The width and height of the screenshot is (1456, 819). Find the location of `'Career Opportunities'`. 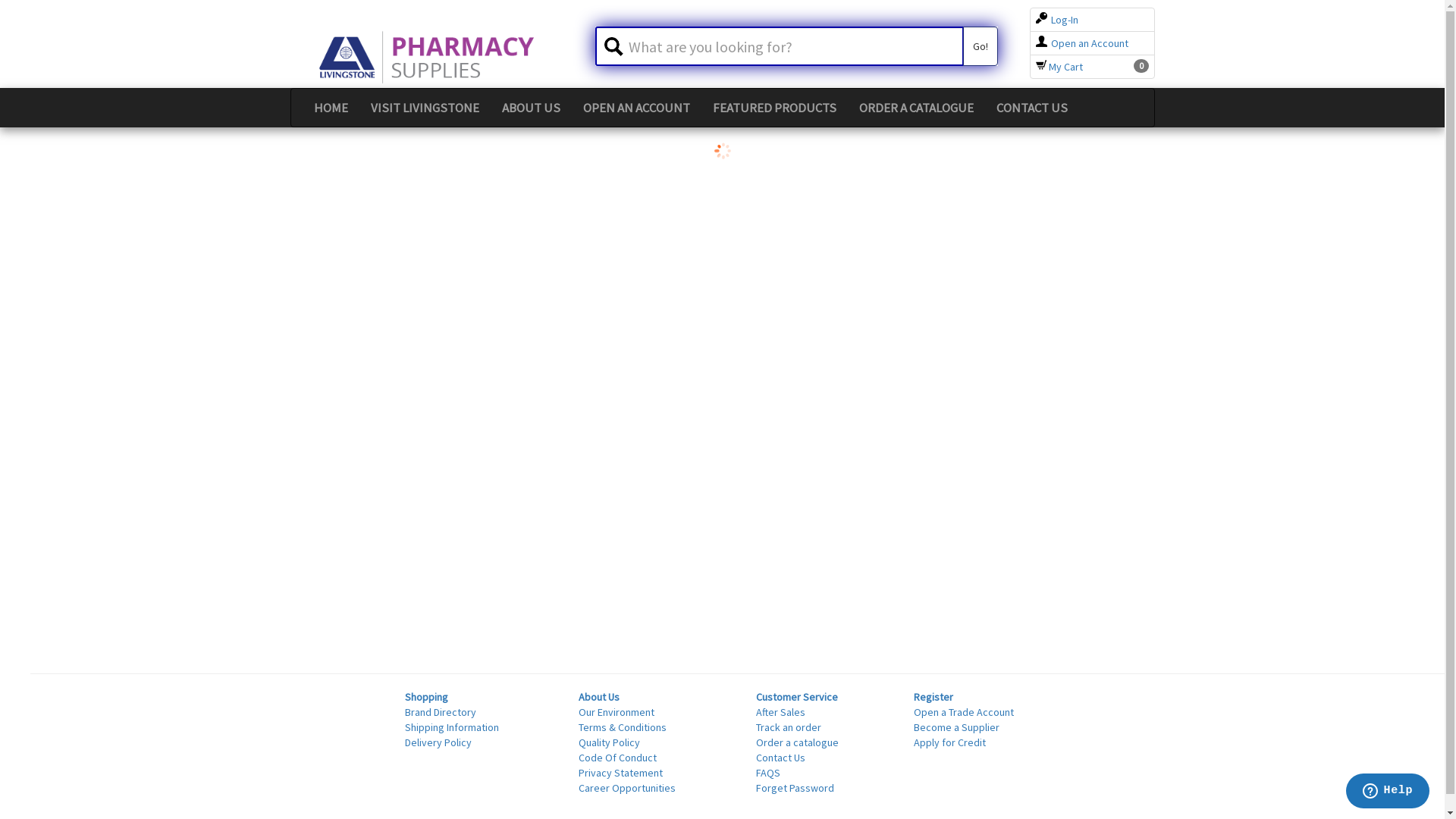

'Career Opportunities' is located at coordinates (578, 786).